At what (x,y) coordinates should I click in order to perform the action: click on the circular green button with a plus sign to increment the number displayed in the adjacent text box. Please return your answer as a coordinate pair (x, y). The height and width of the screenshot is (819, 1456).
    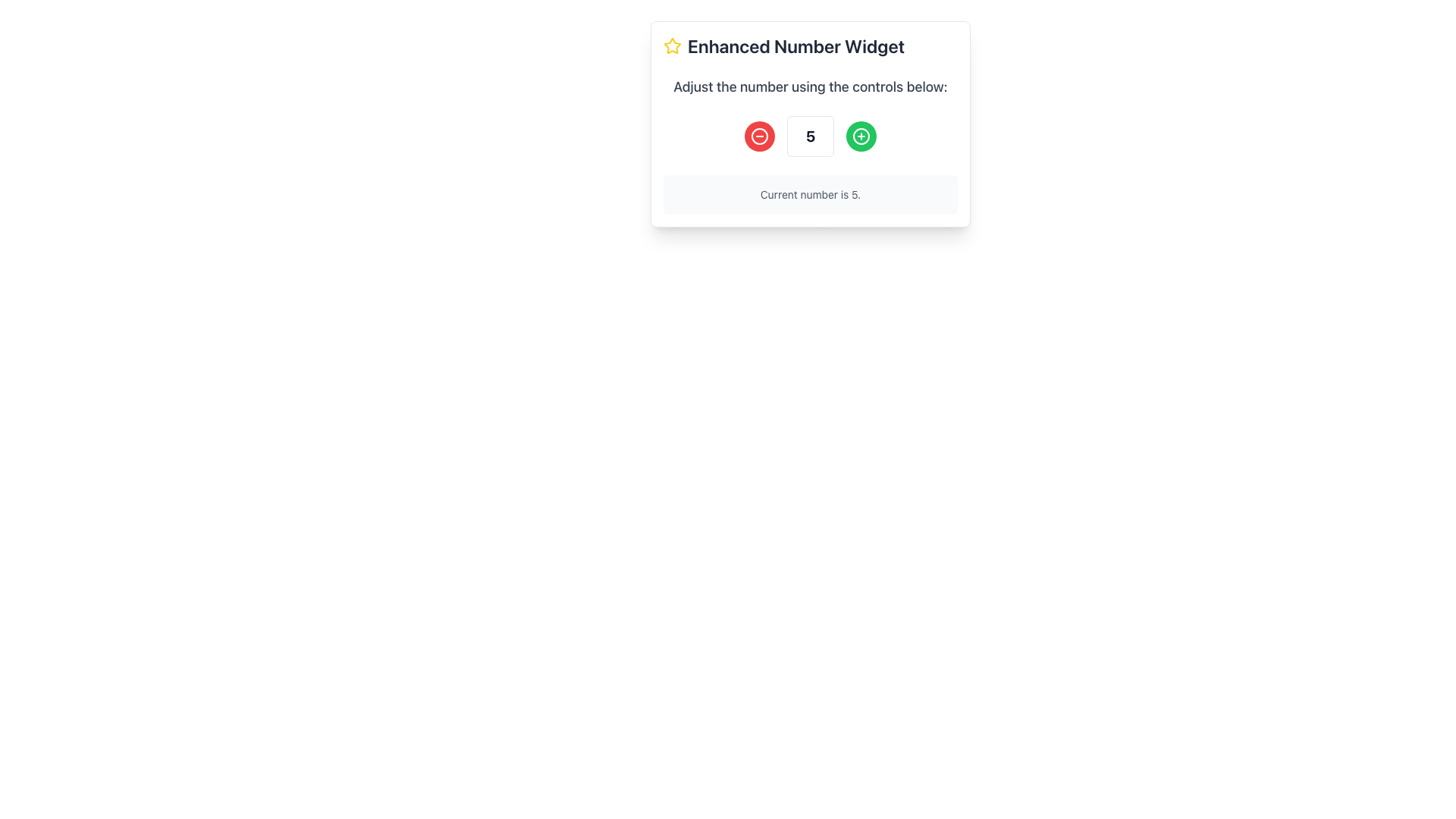
    Looking at the image, I should click on (861, 136).